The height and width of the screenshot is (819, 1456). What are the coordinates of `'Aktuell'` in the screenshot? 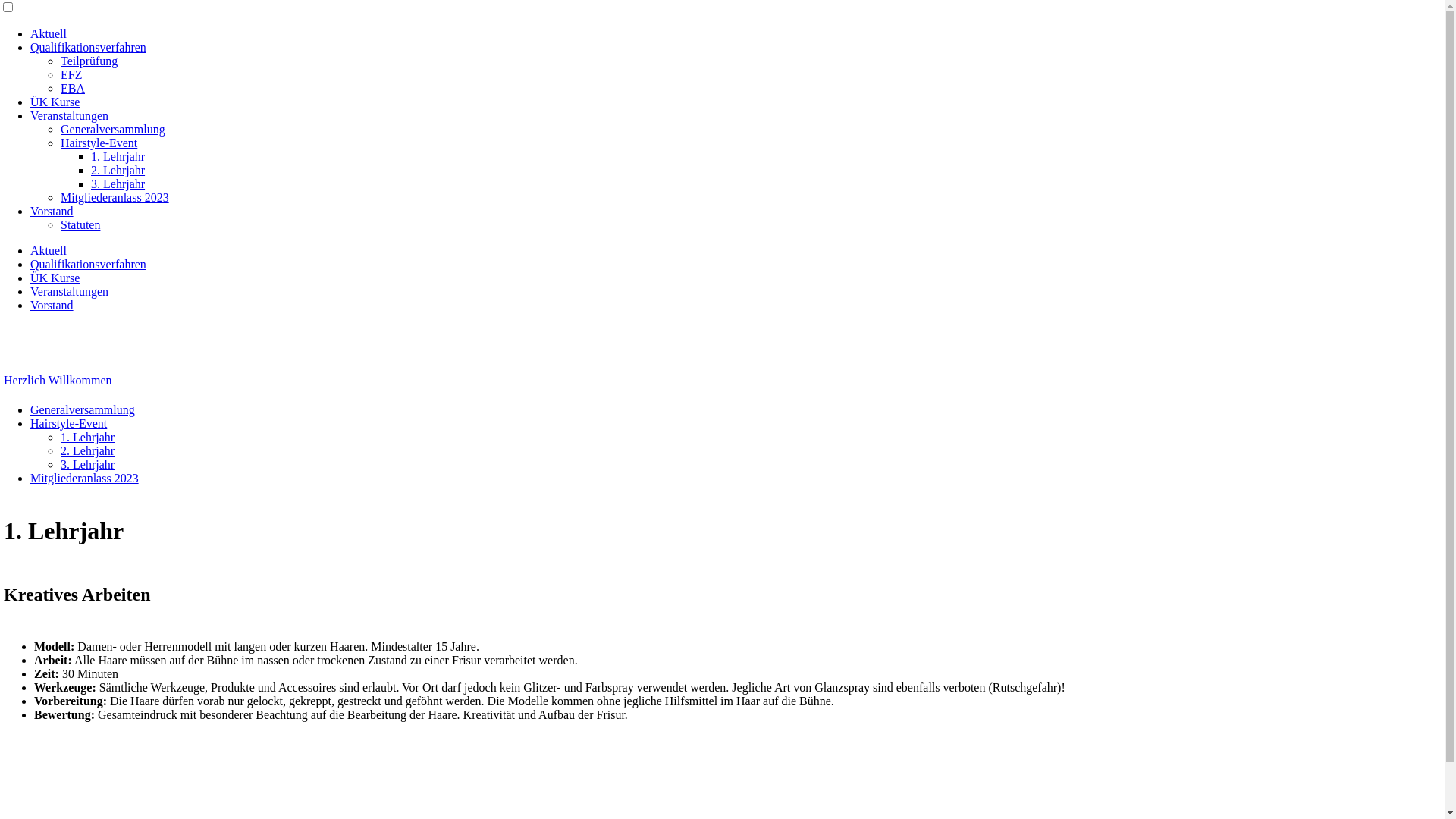 It's located at (48, 249).